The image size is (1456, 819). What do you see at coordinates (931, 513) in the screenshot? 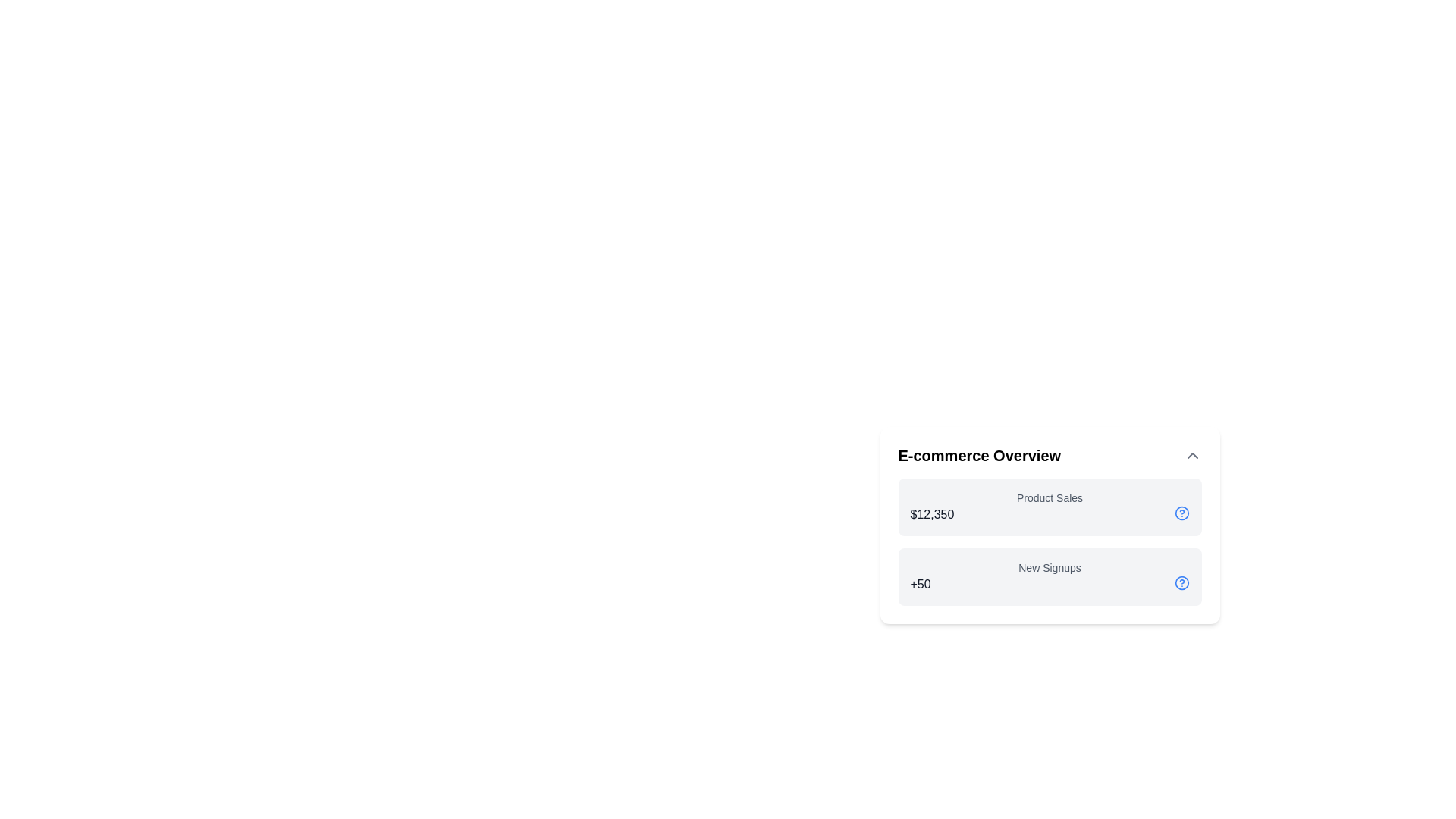
I see `numeric value displayed in the Text Display element located to the left of the 'Product Sales' label in the 'E-commerce Overview' panel` at bounding box center [931, 513].